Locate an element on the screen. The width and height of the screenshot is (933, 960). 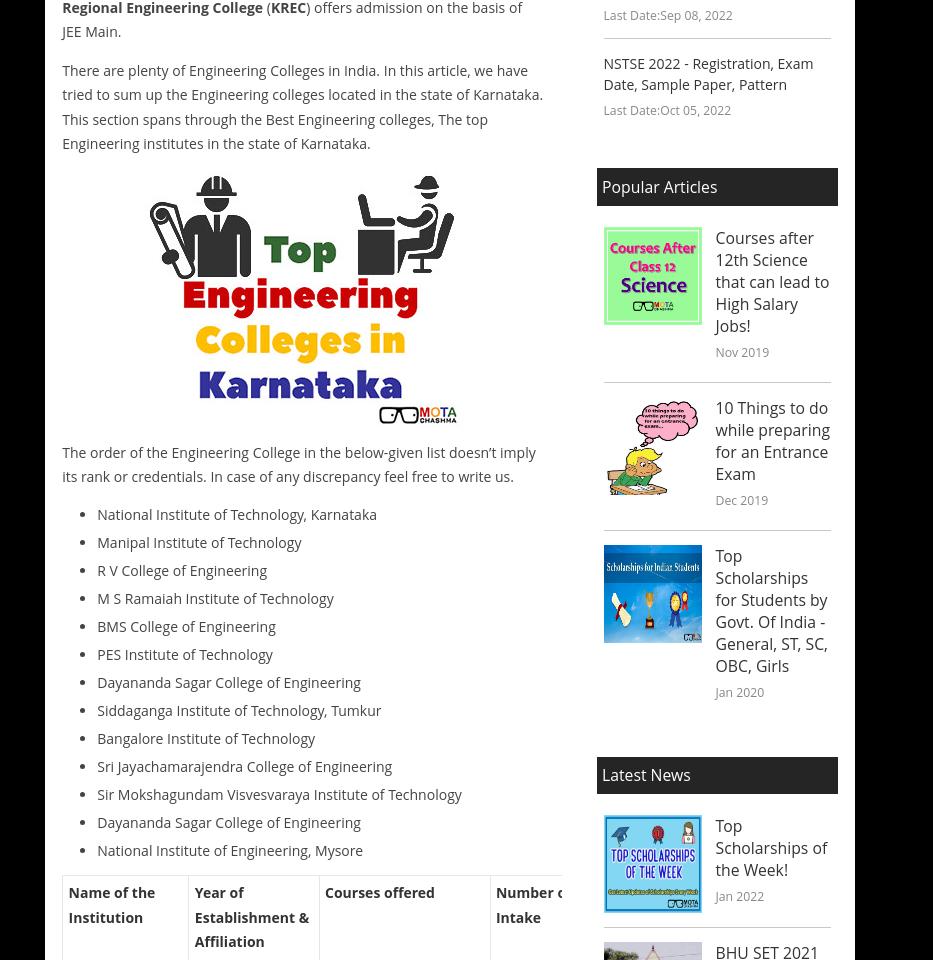
'Siddaganga Institute of Technology, Tumkur' is located at coordinates (238, 709).